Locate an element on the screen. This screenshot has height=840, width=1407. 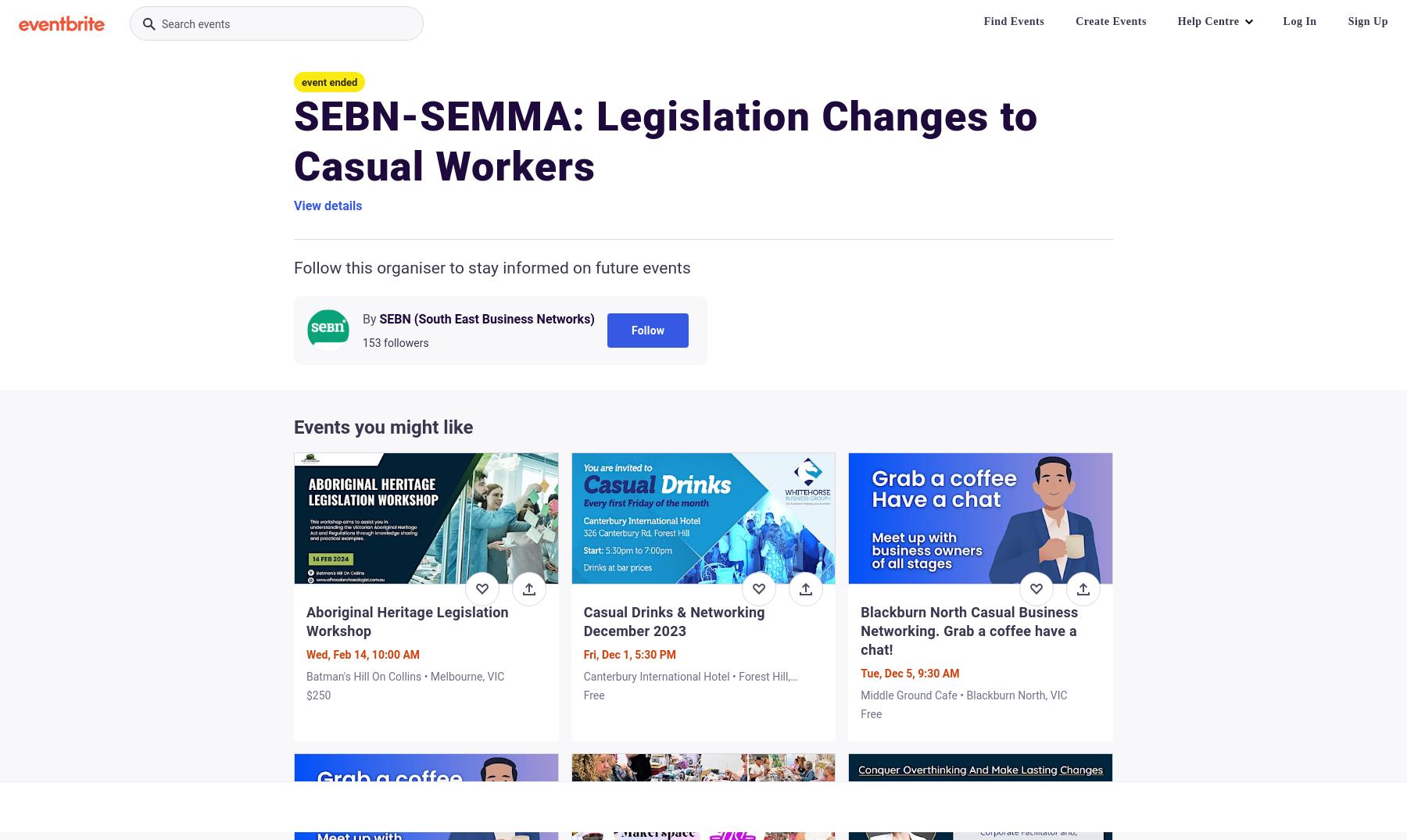
'Follow' is located at coordinates (632, 330).